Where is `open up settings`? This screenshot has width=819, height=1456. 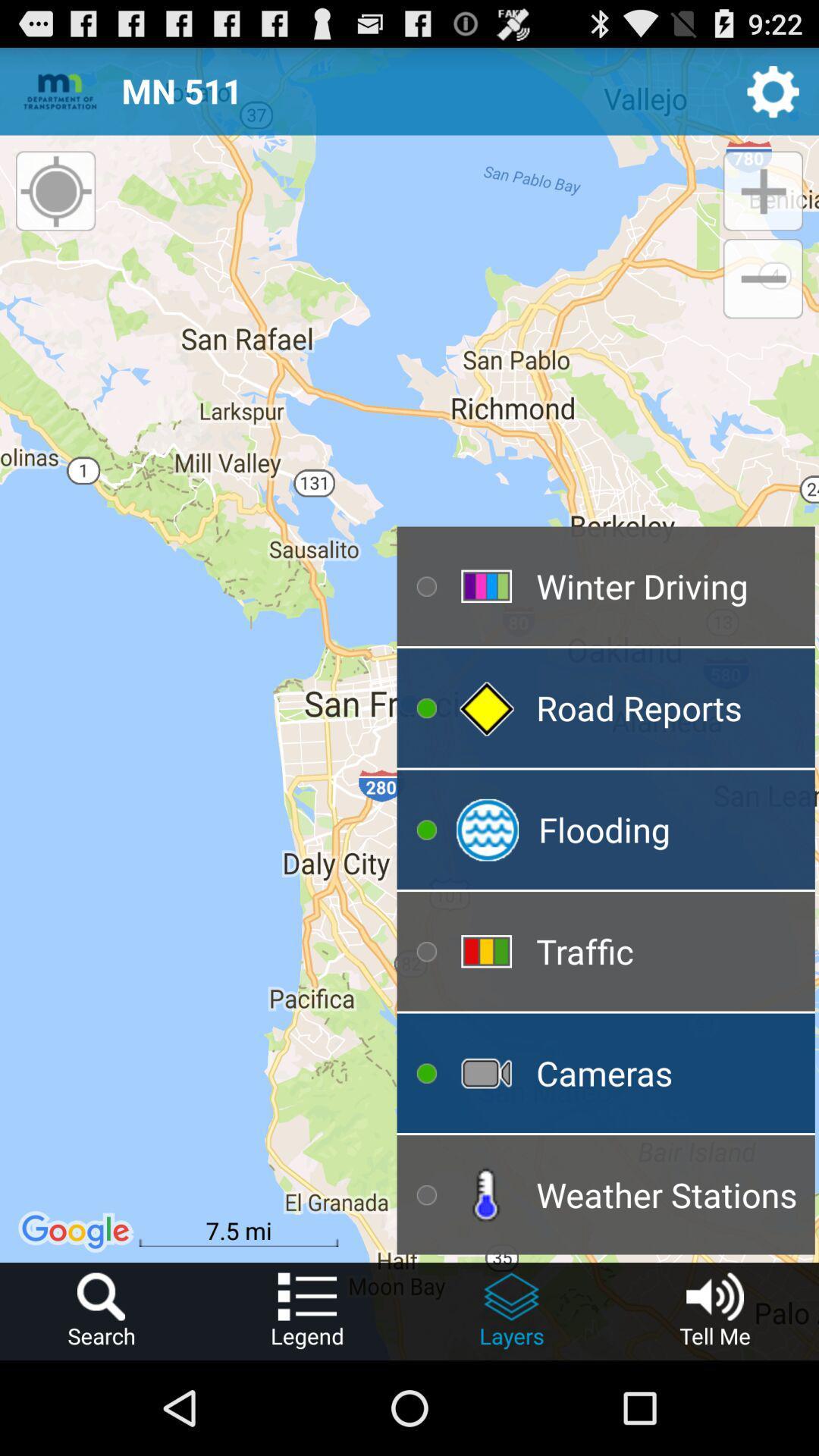
open up settings is located at coordinates (773, 90).